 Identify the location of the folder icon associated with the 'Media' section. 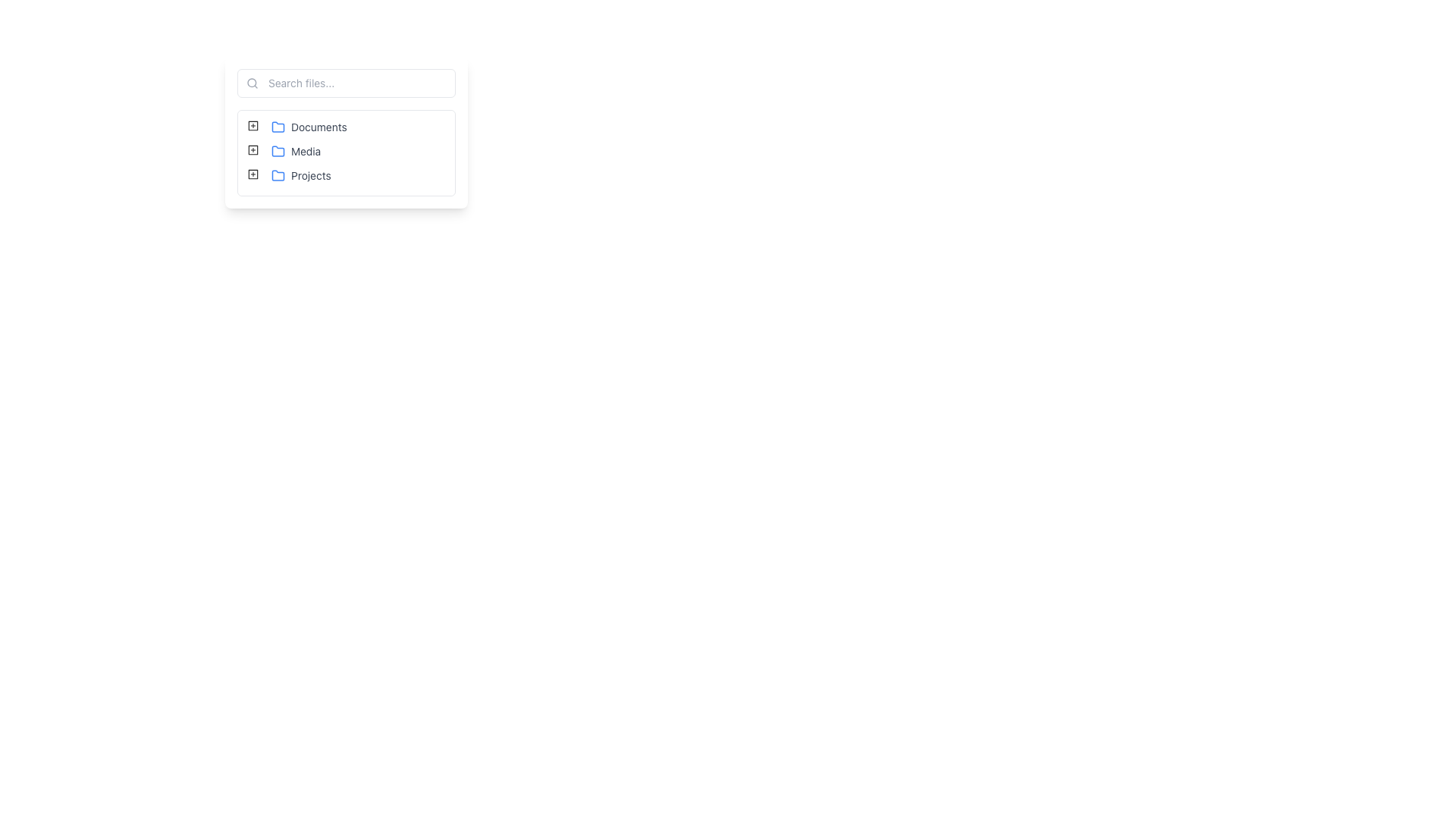
(278, 152).